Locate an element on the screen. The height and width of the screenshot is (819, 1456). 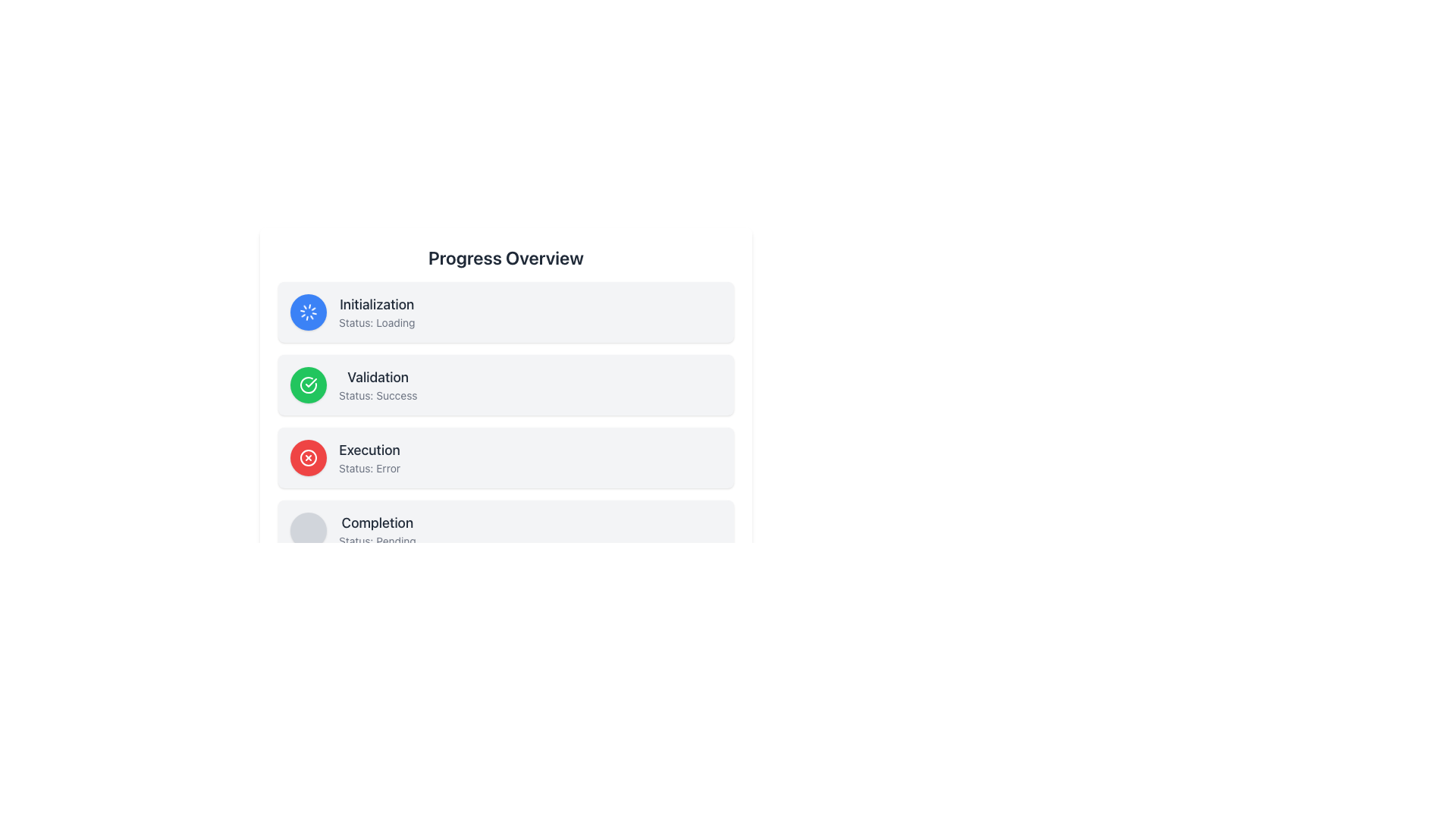
the informational card element displaying 'Completion' and 'Status: Pending', which is the fourth element in the 'Progress Overview' section is located at coordinates (506, 529).